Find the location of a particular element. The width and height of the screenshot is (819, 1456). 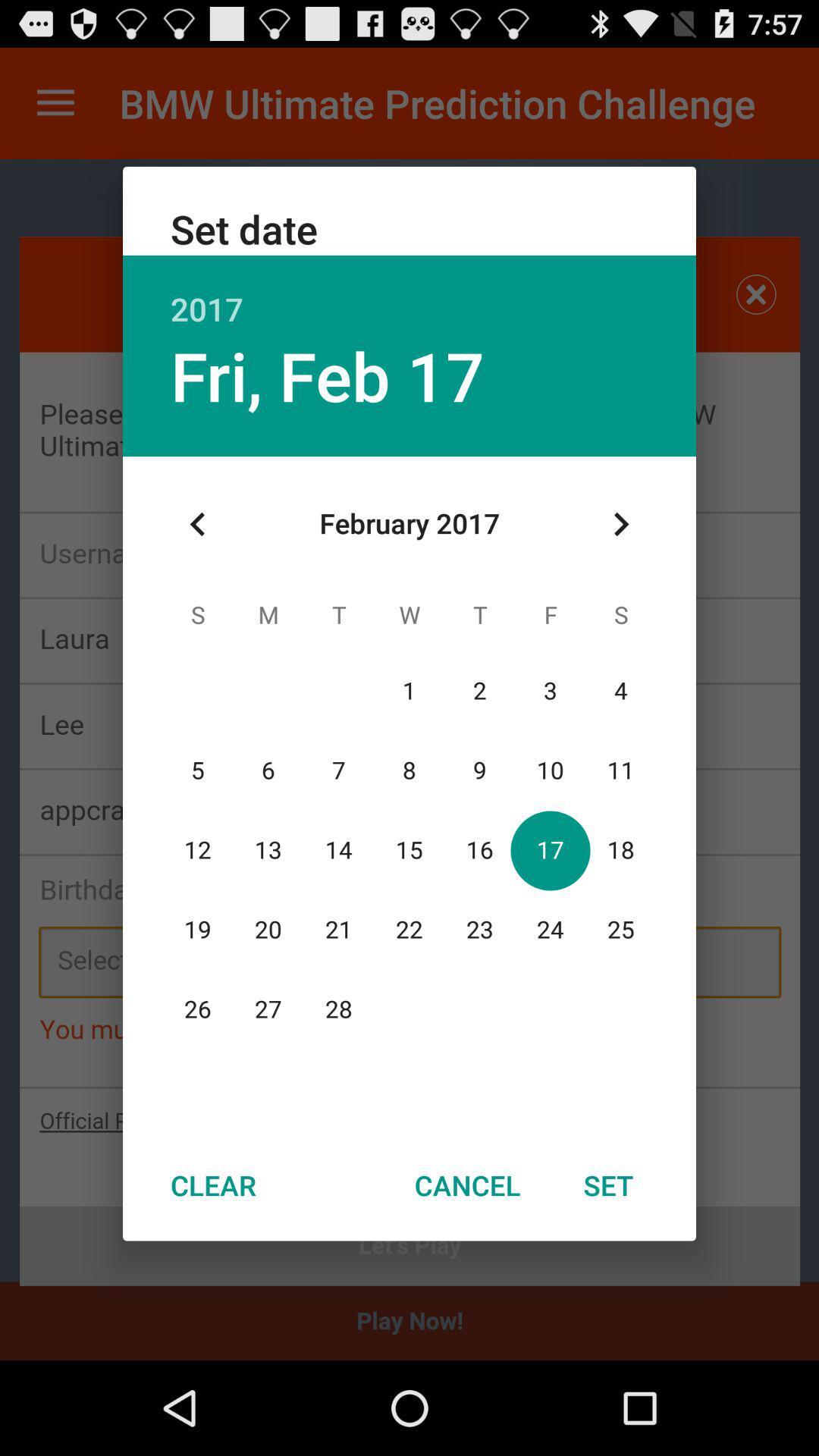

the clear is located at coordinates (213, 1185).